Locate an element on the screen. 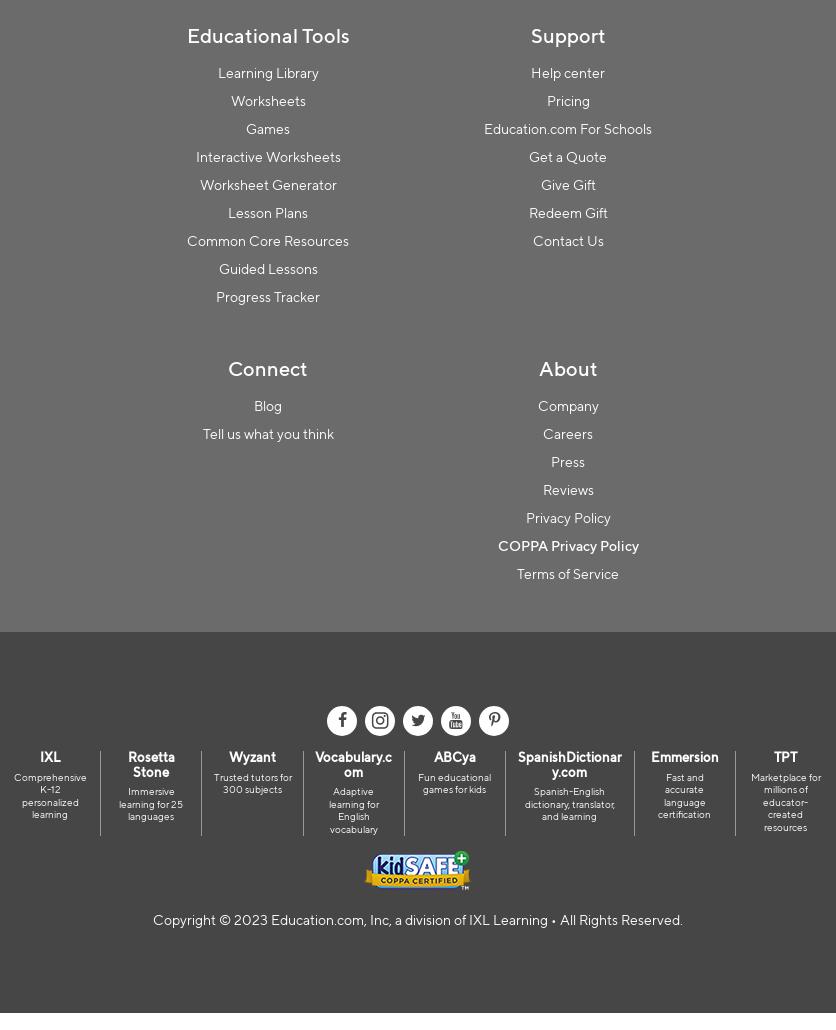  'Wyzant' is located at coordinates (228, 757).